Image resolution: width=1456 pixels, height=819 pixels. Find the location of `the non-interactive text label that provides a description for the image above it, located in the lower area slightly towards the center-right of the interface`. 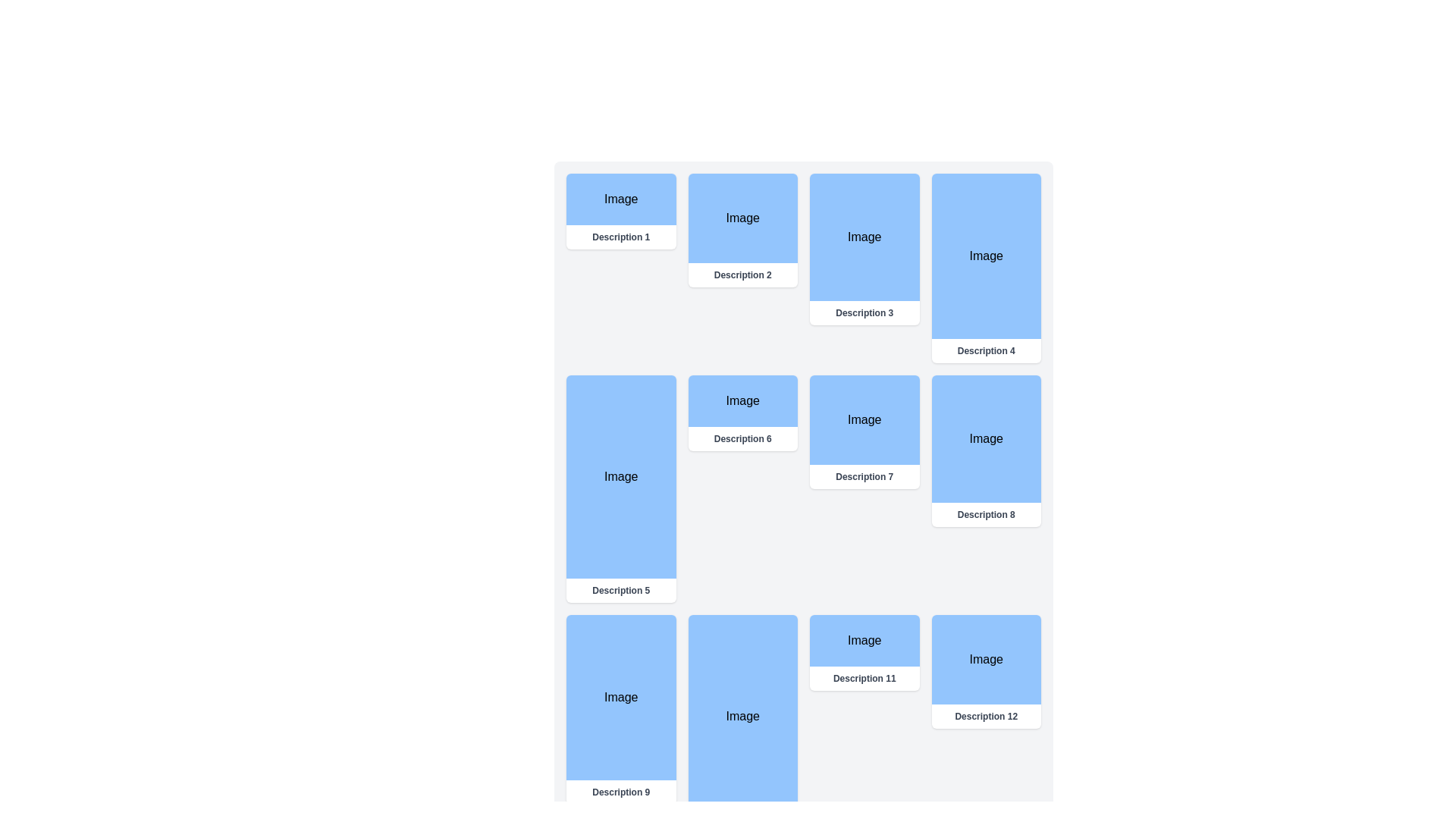

the non-interactive text label that provides a description for the image above it, located in the lower area slightly towards the center-right of the interface is located at coordinates (864, 677).